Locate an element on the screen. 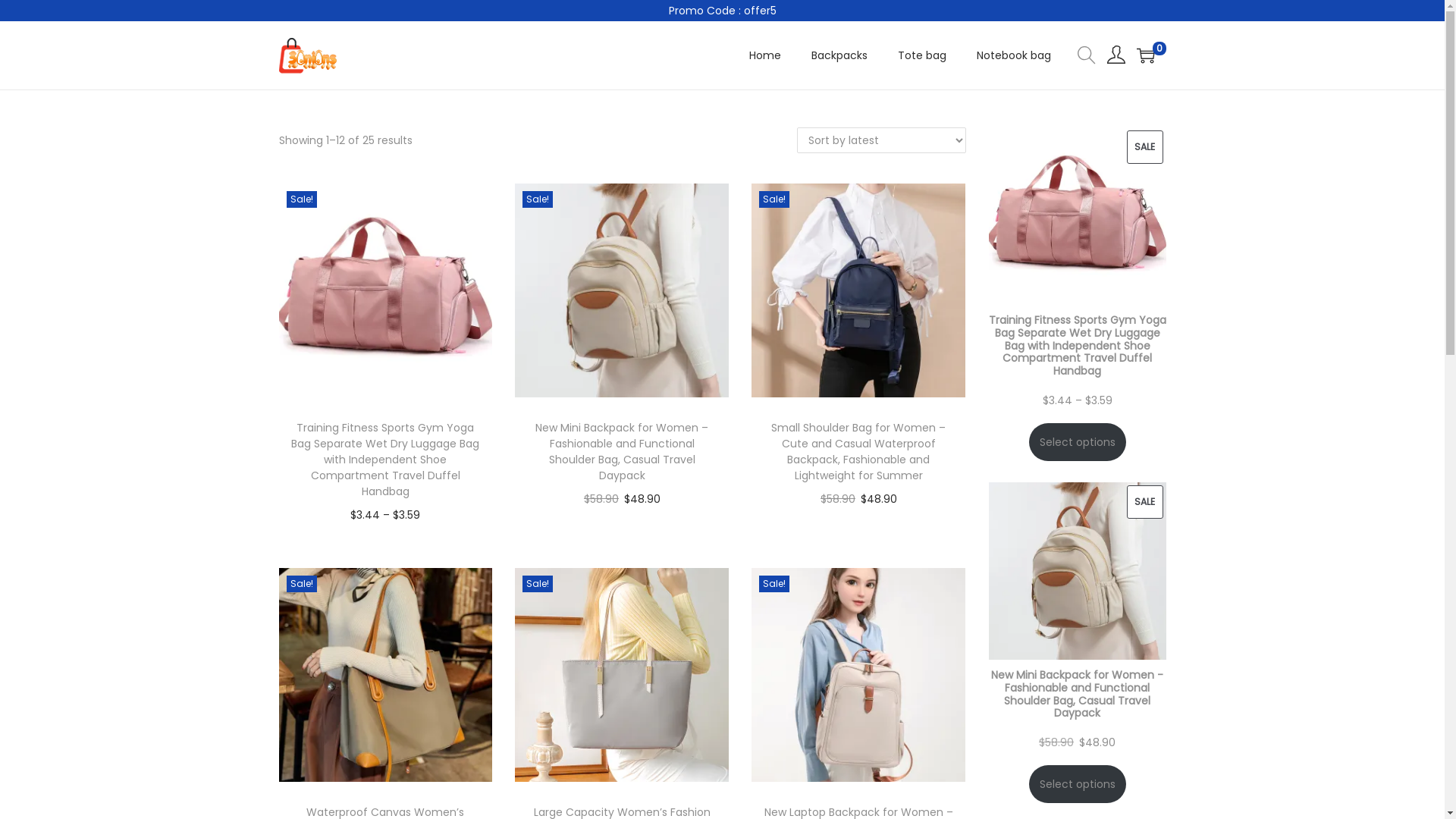  'Home' is located at coordinates (749, 55).